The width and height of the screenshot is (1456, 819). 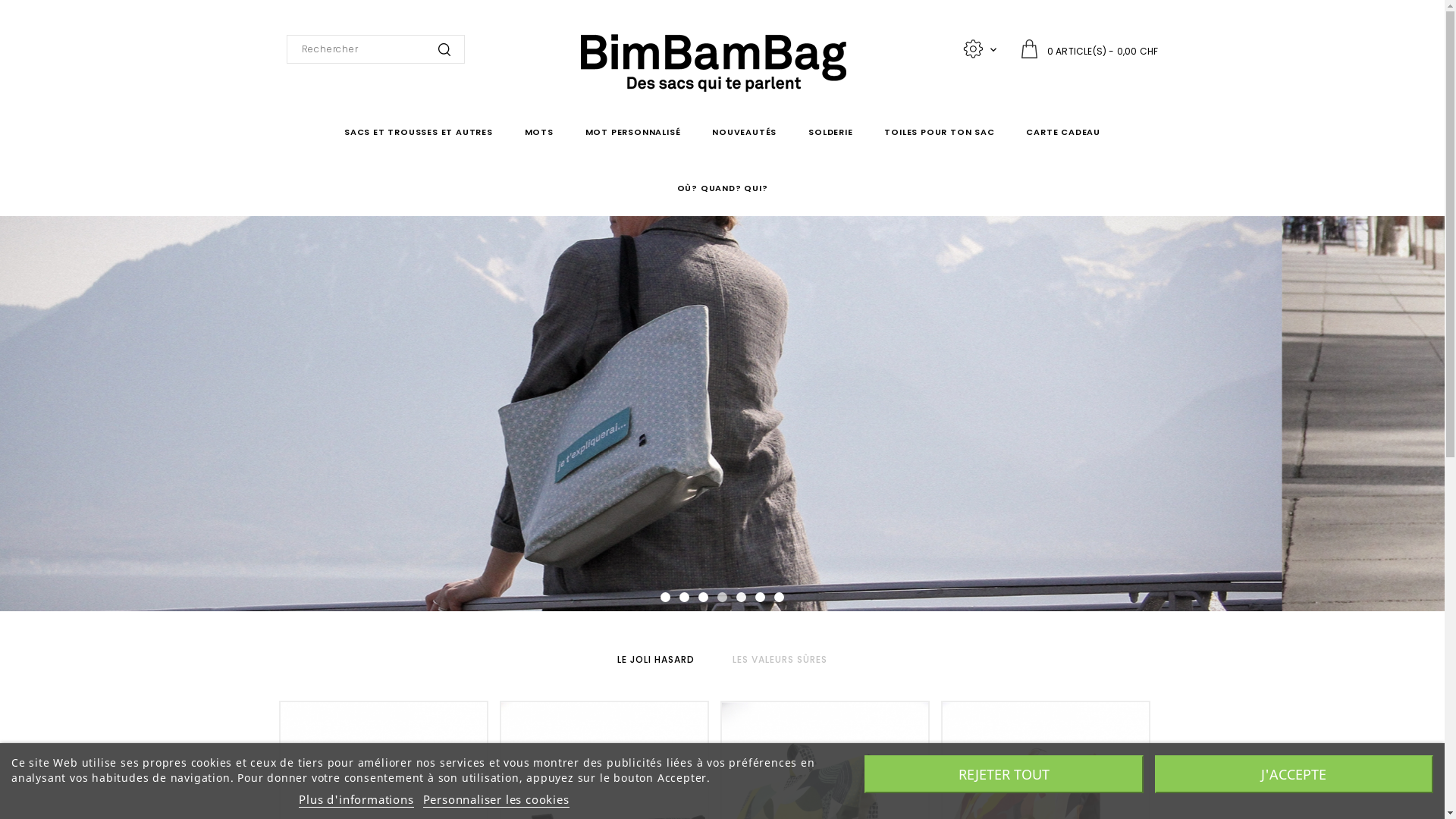 What do you see at coordinates (419, 130) in the screenshot?
I see `'SACS ET TROUSSES ET AUTRES'` at bounding box center [419, 130].